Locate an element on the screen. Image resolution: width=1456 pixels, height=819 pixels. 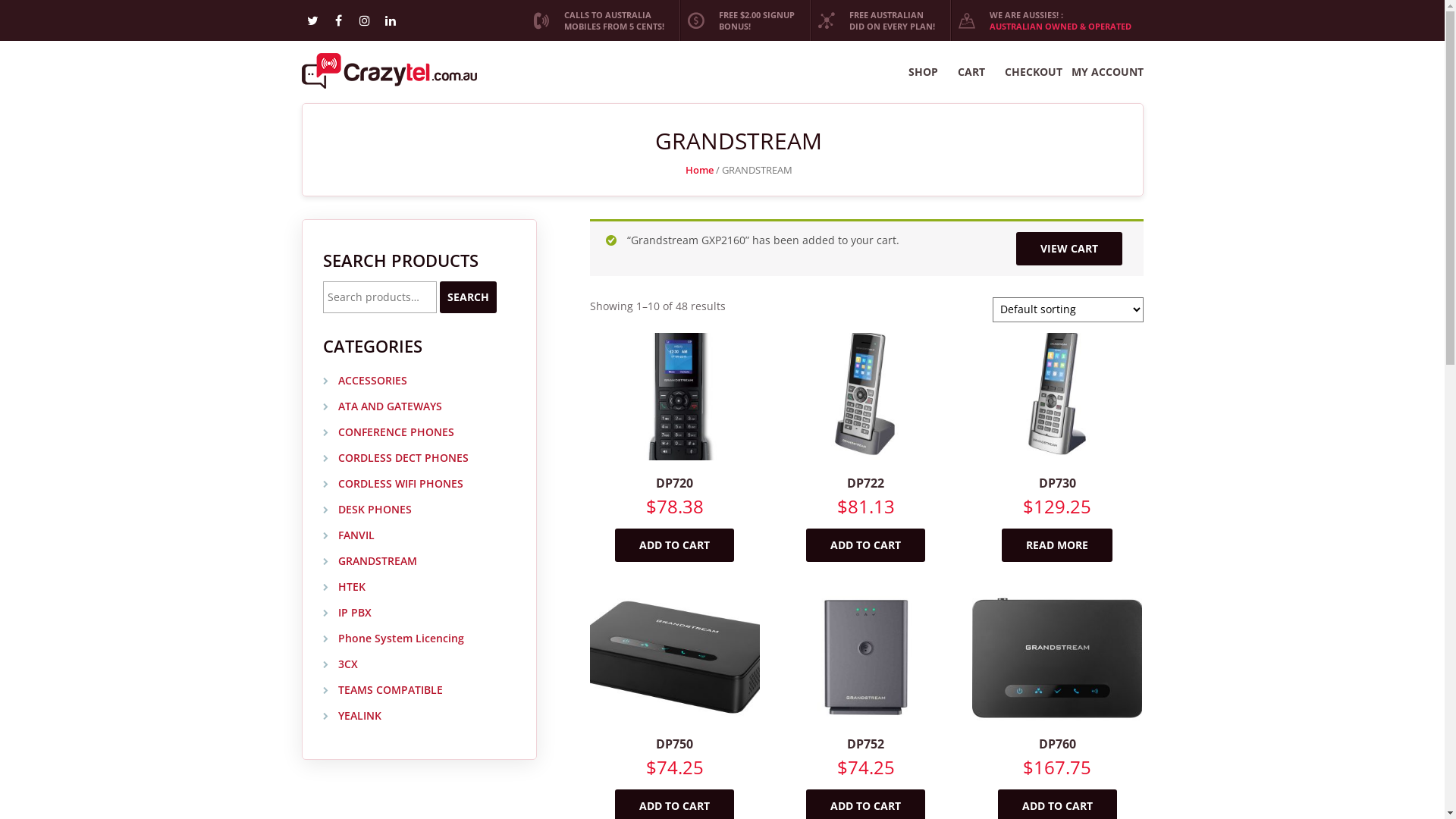
'ATA AND GATEWAYS' is located at coordinates (322, 406).